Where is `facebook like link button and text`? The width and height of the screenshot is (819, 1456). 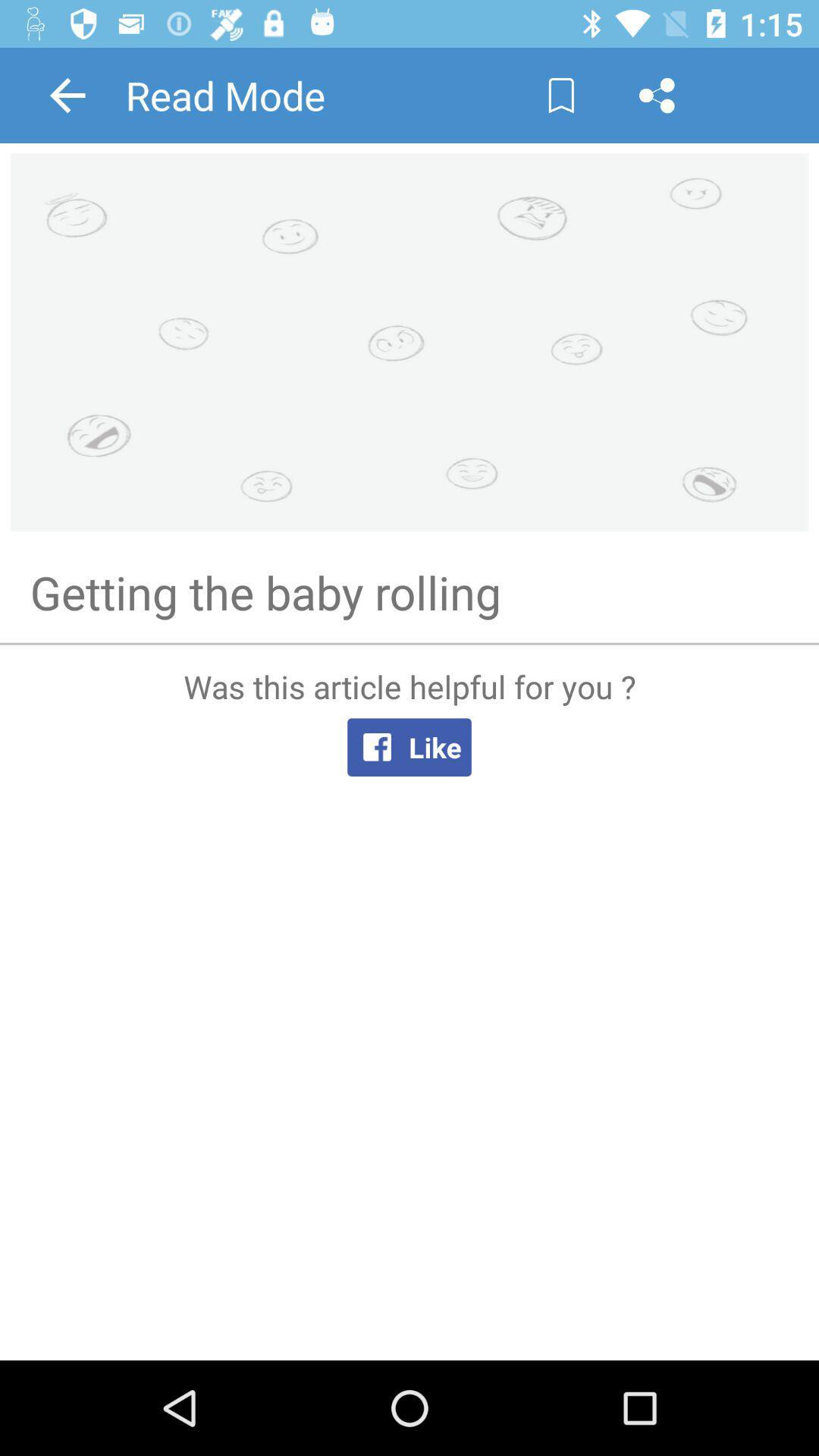 facebook like link button and text is located at coordinates (409, 1001).